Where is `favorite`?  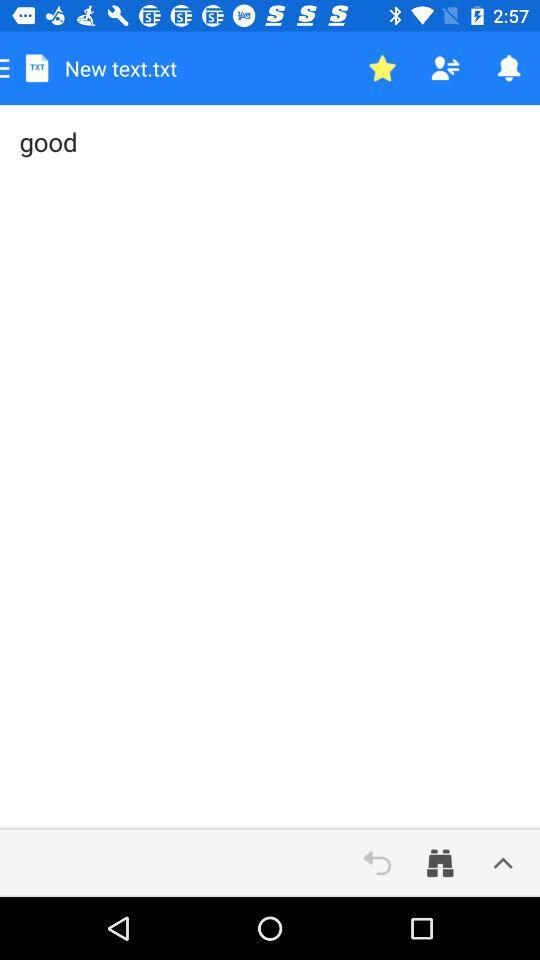 favorite is located at coordinates (382, 68).